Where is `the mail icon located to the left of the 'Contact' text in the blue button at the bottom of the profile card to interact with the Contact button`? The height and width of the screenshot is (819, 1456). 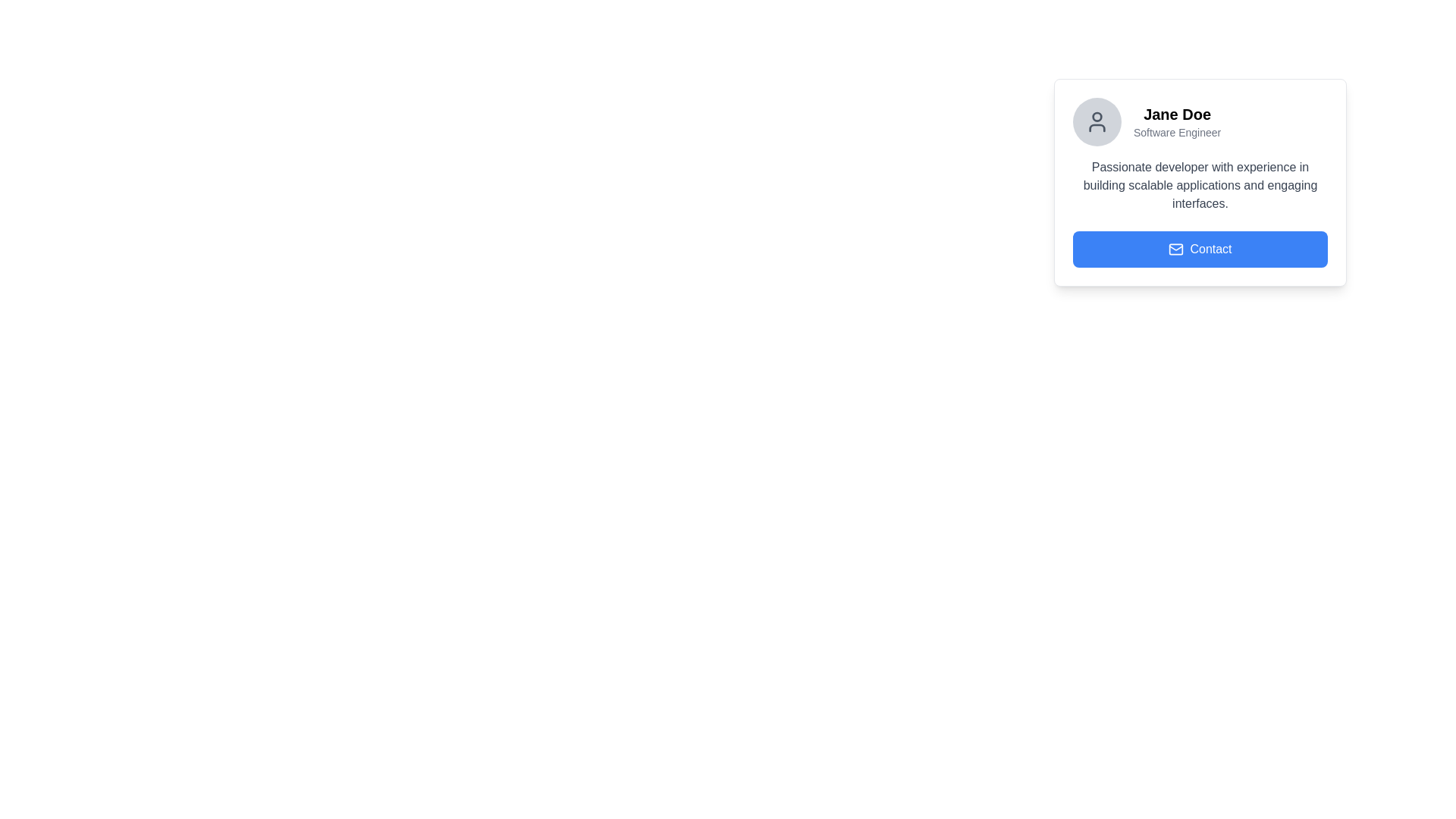 the mail icon located to the left of the 'Contact' text in the blue button at the bottom of the profile card to interact with the Contact button is located at coordinates (1175, 248).